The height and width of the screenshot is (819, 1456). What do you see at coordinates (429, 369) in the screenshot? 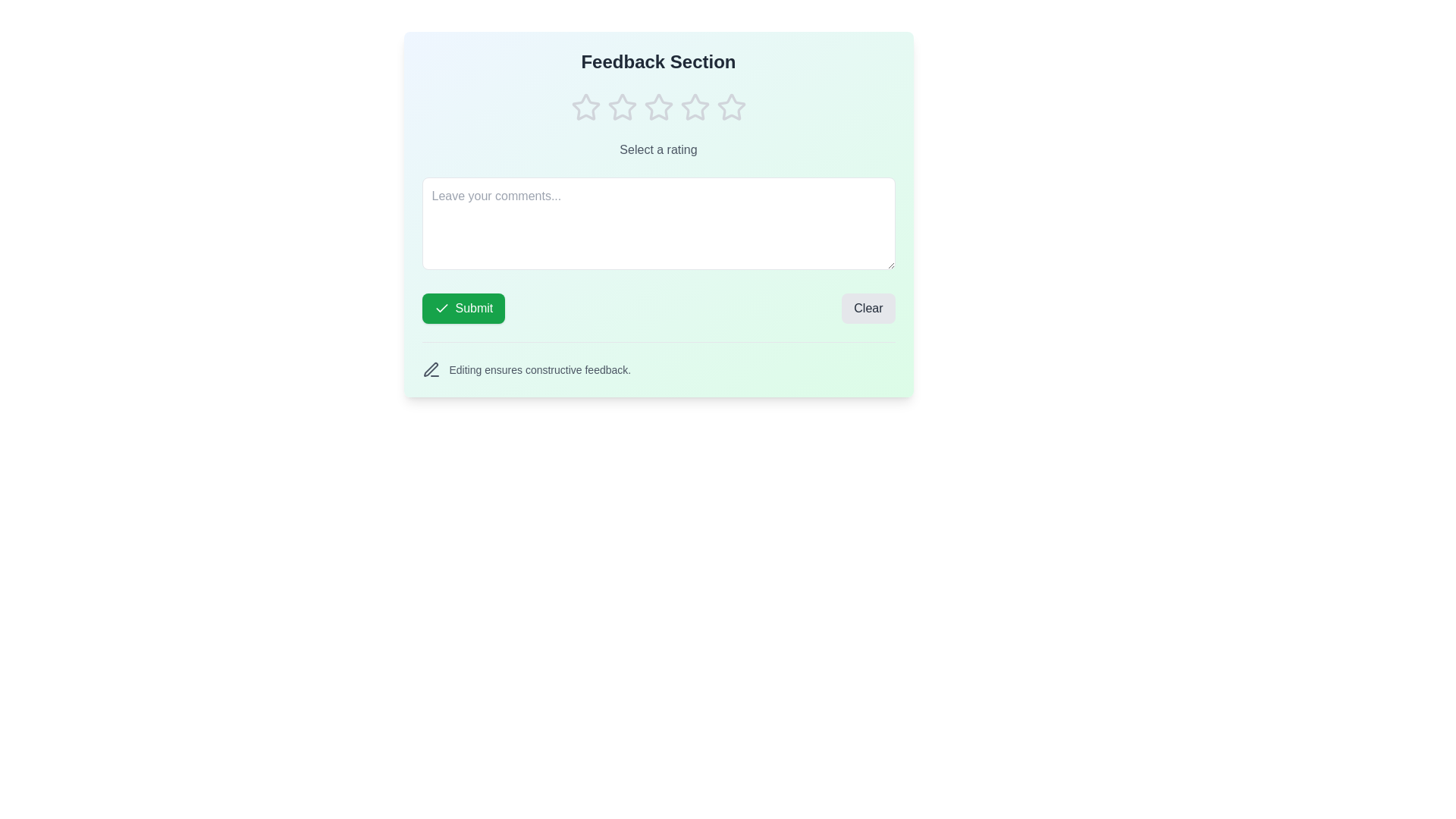
I see `the editing or modification icon located near the bottom right corner of the feedback section` at bounding box center [429, 369].